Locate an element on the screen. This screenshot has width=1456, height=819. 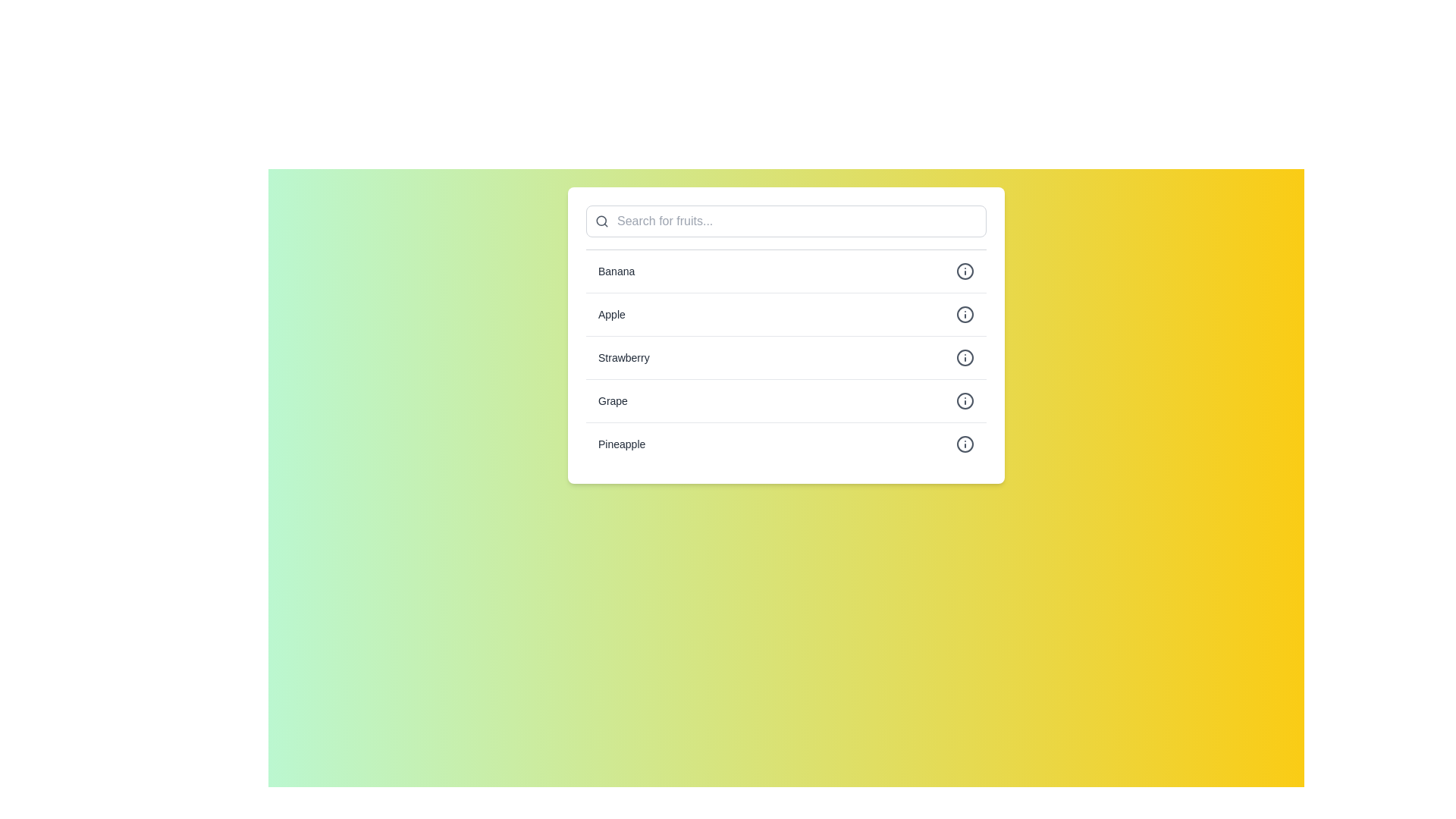
the decorative circle within the informational icon next to the 'Apple' item in the fruit list is located at coordinates (964, 314).